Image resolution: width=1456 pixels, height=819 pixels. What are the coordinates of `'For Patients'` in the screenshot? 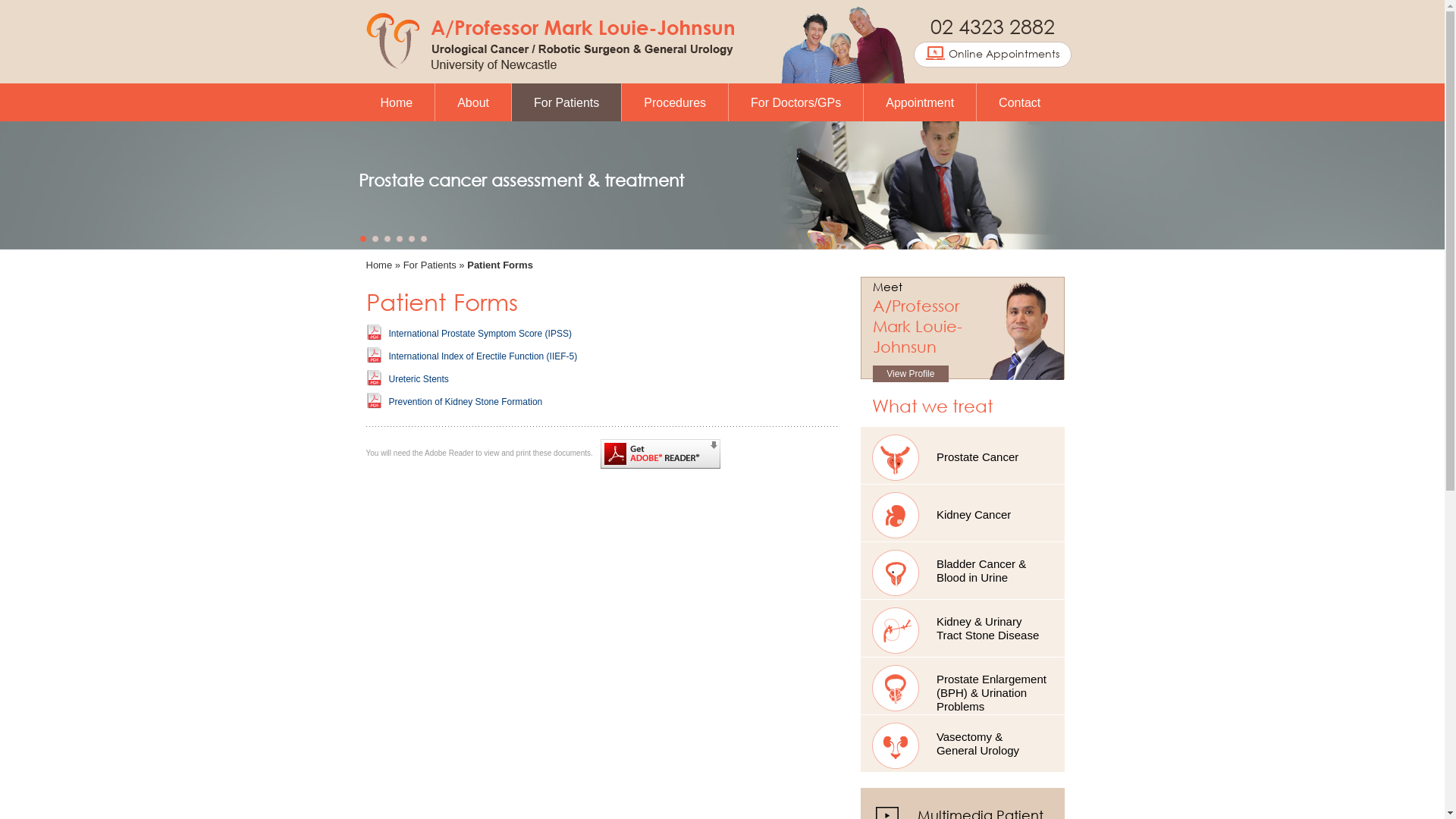 It's located at (566, 102).